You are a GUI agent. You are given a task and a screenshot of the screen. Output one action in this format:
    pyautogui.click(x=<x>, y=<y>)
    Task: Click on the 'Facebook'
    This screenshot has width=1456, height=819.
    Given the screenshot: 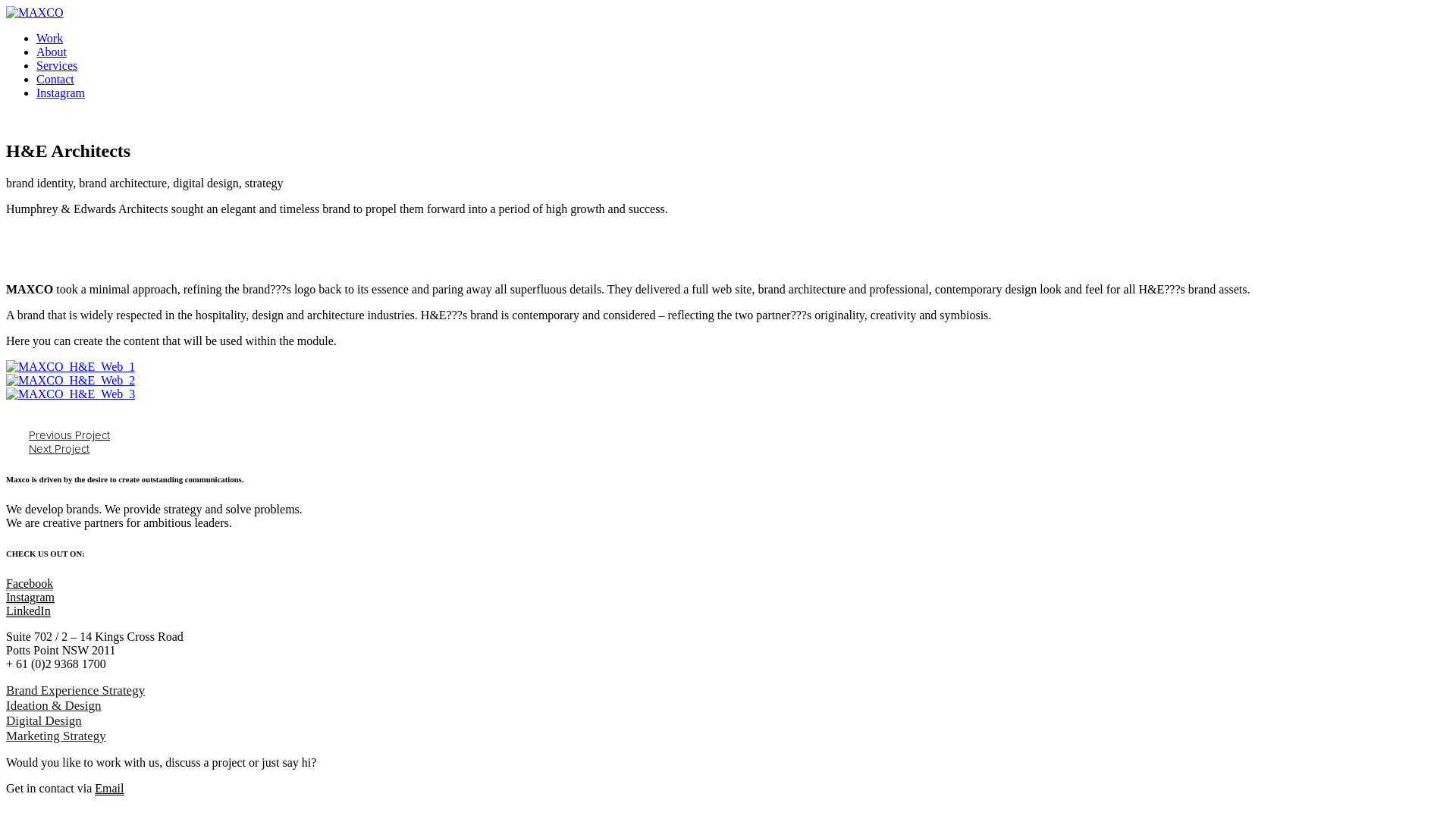 What is the action you would take?
    pyautogui.click(x=29, y=583)
    